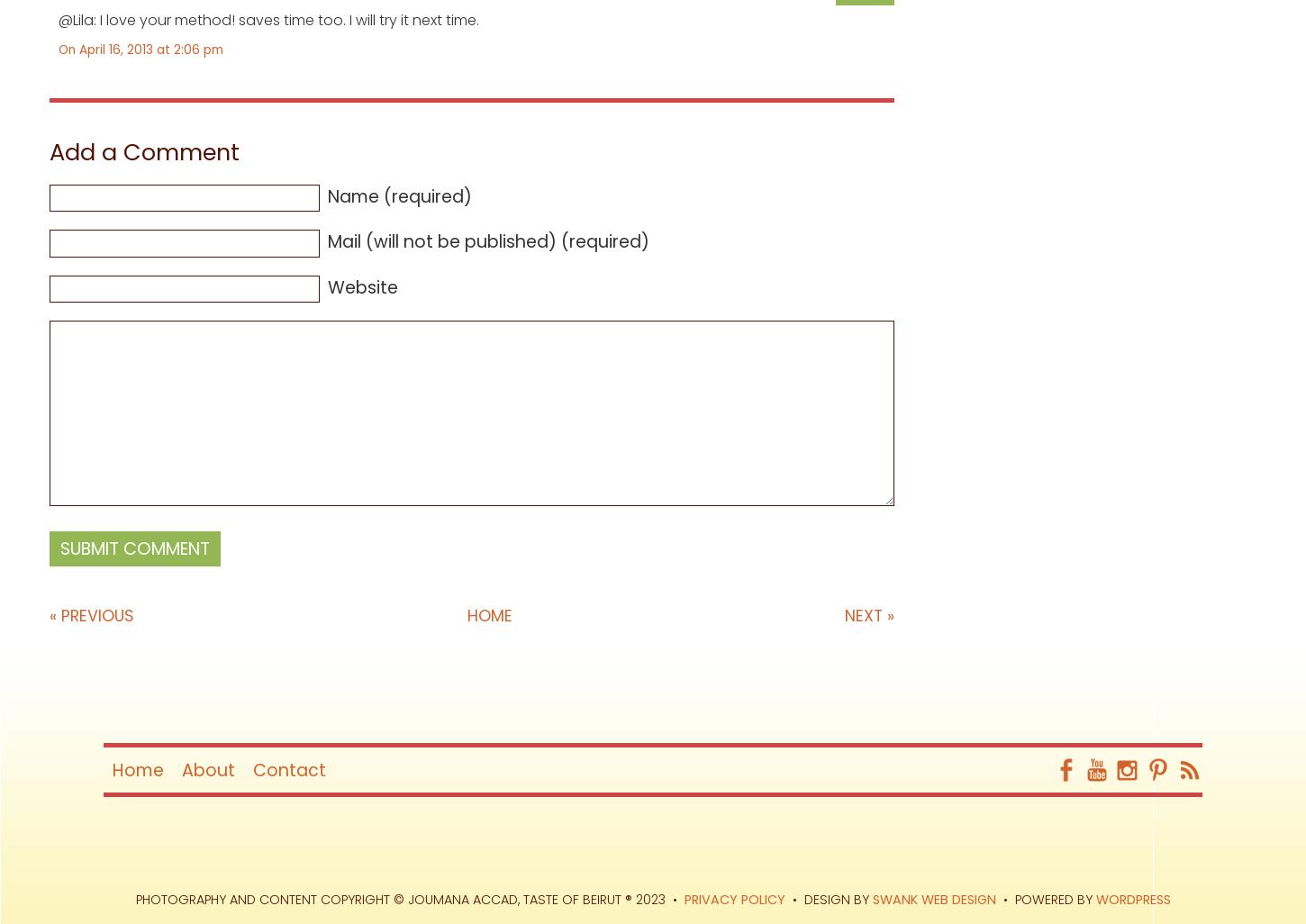 The width and height of the screenshot is (1306, 924). Describe the element at coordinates (488, 240) in the screenshot. I see `'Mail (will not be published) (required)'` at that location.